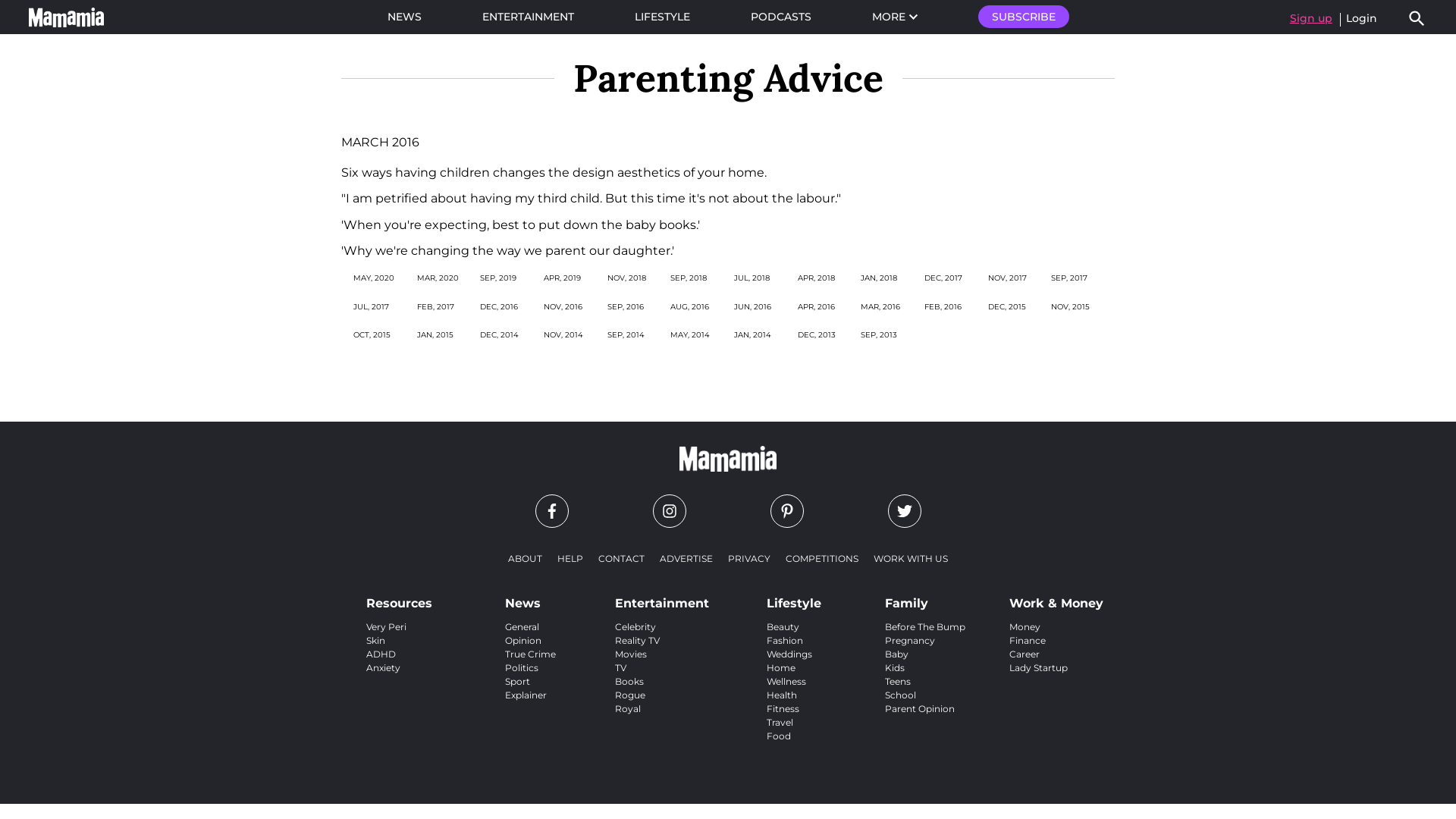 The width and height of the screenshot is (1456, 819). I want to click on 'Teens', so click(898, 680).